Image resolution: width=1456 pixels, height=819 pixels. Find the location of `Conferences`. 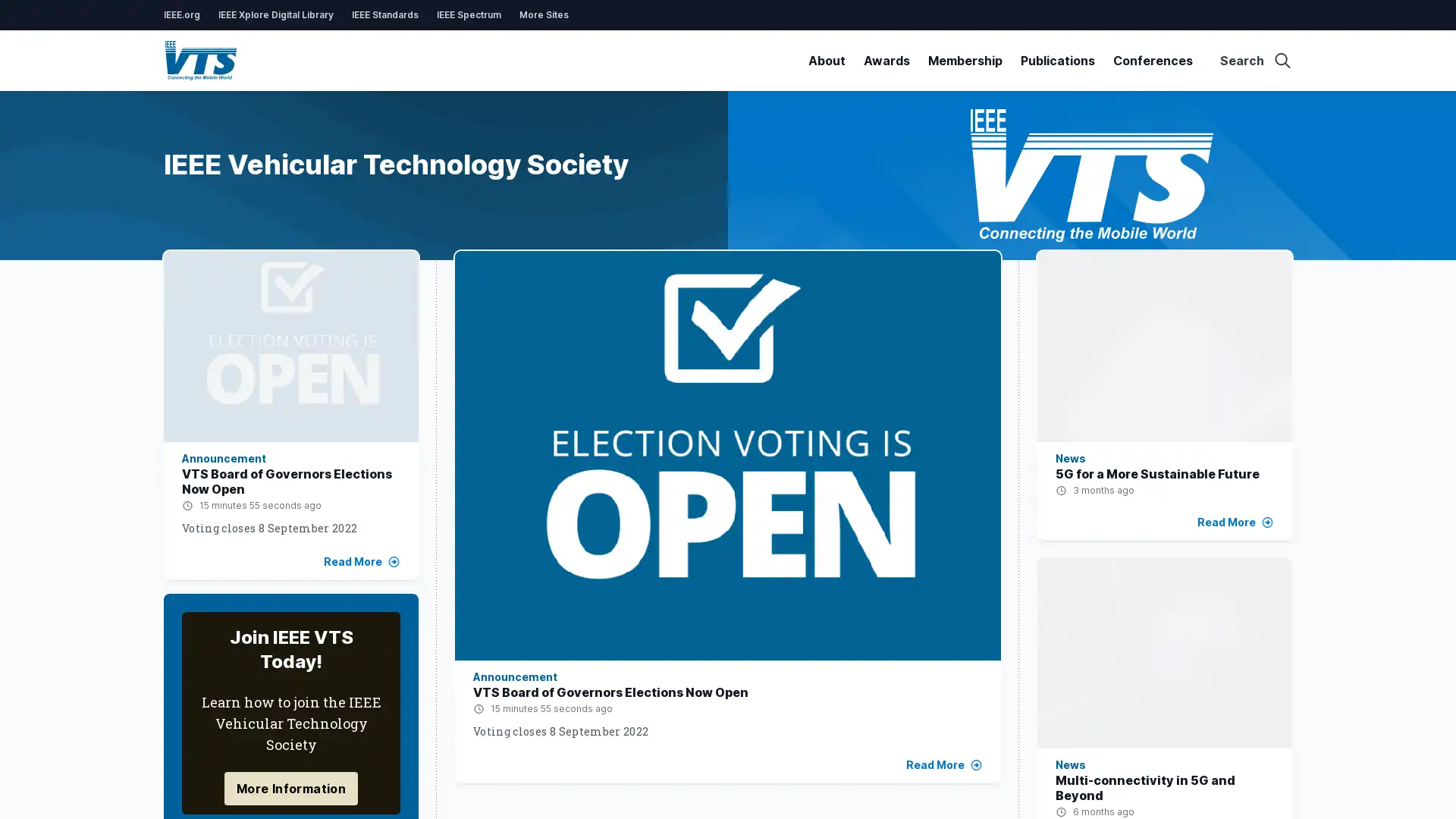

Conferences is located at coordinates (1153, 60).